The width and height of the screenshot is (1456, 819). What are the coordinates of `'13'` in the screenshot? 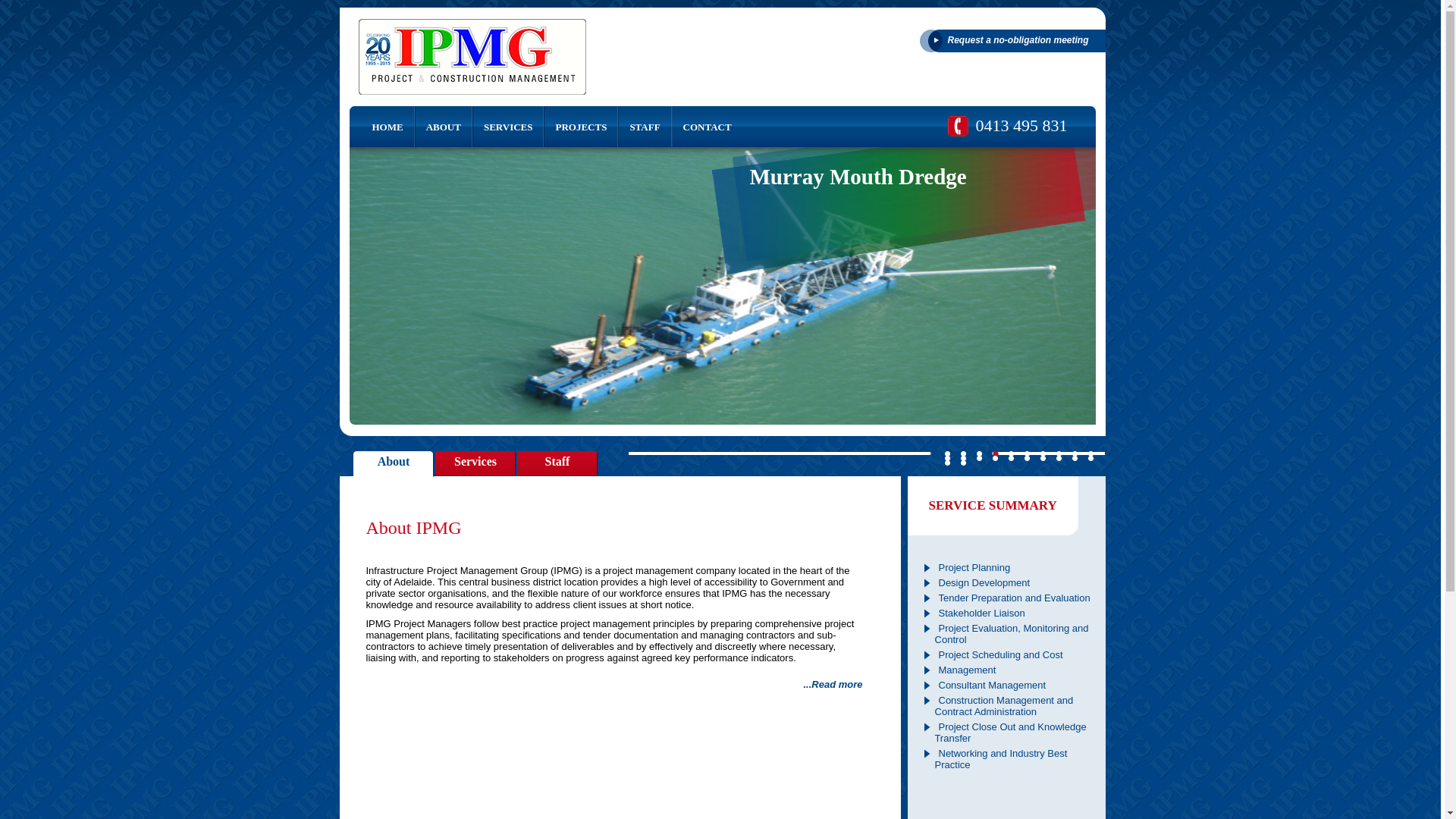 It's located at (979, 457).